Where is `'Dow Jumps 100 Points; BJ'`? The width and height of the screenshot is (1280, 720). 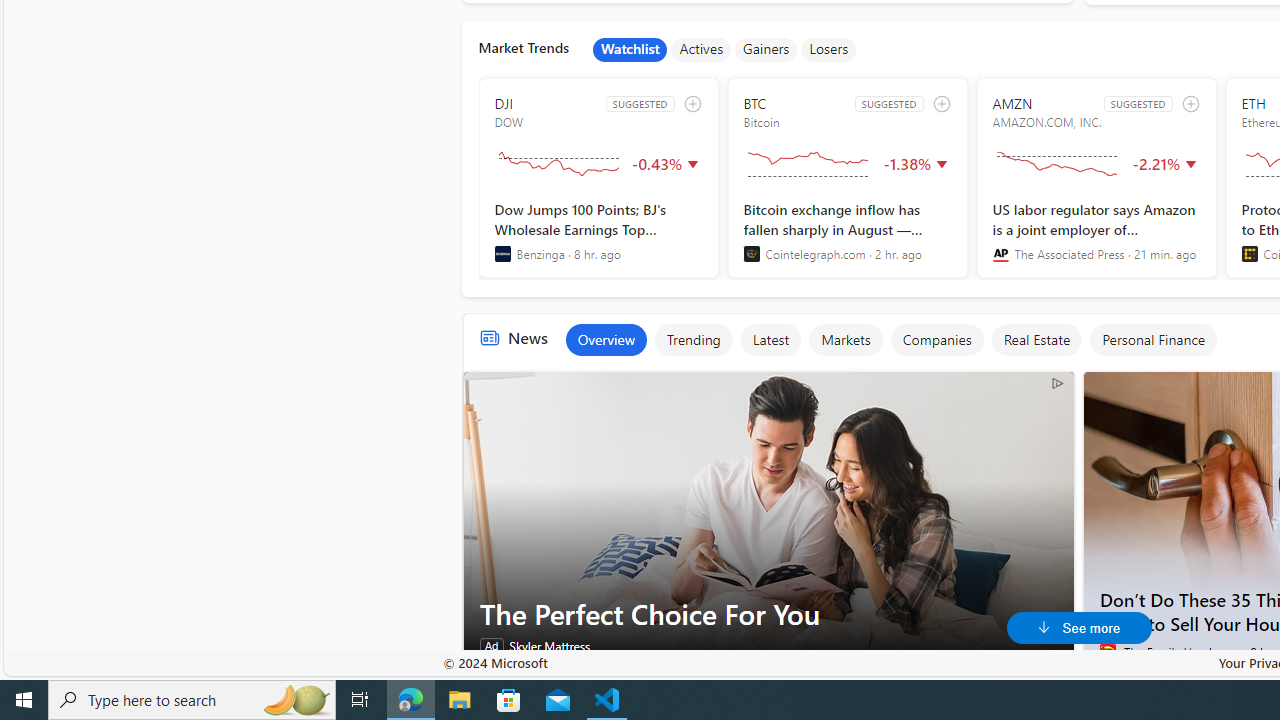 'Dow Jumps 100 Points; BJ' is located at coordinates (597, 230).